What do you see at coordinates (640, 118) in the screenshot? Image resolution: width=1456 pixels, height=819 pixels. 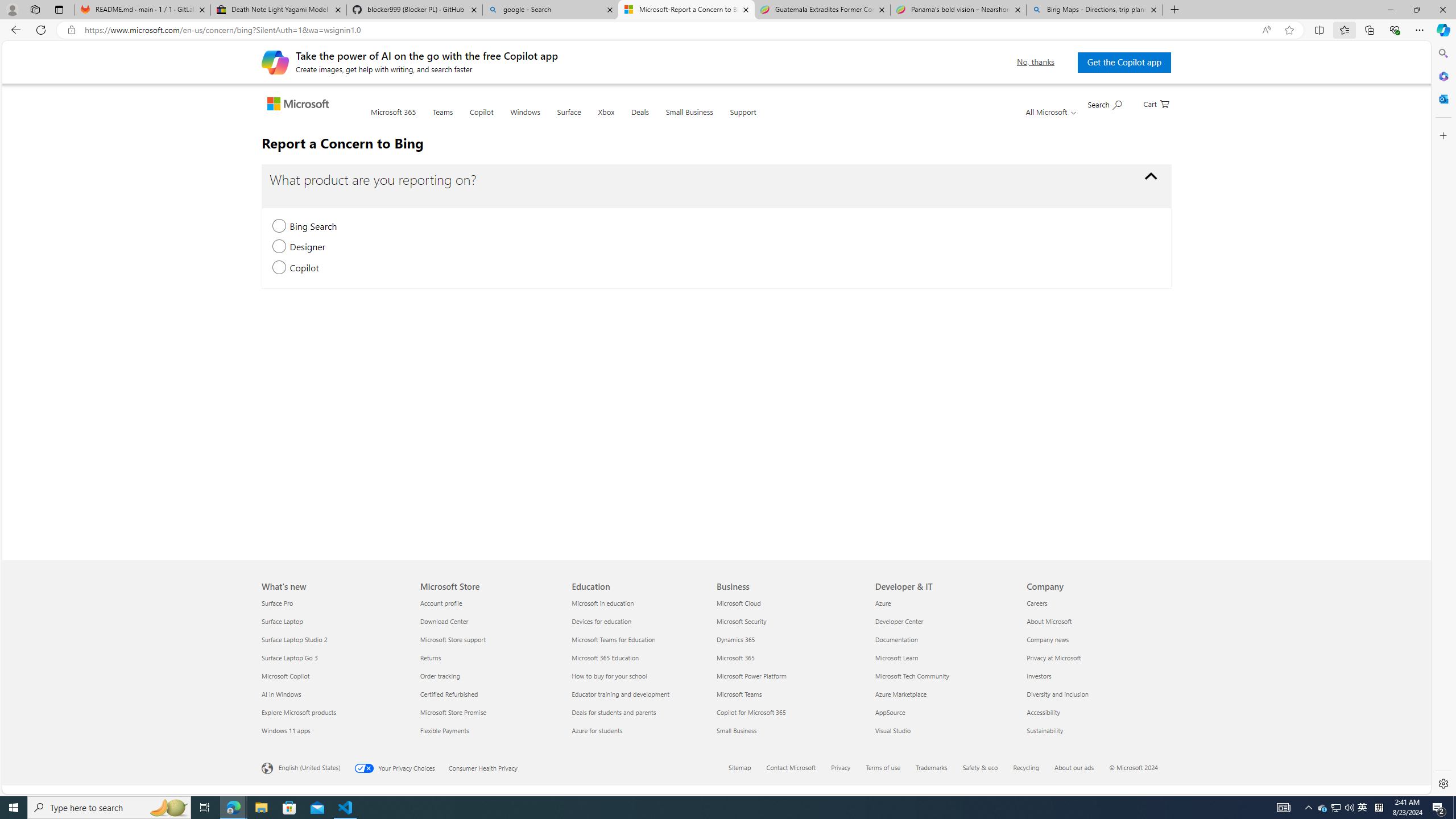 I see `'Deals'` at bounding box center [640, 118].